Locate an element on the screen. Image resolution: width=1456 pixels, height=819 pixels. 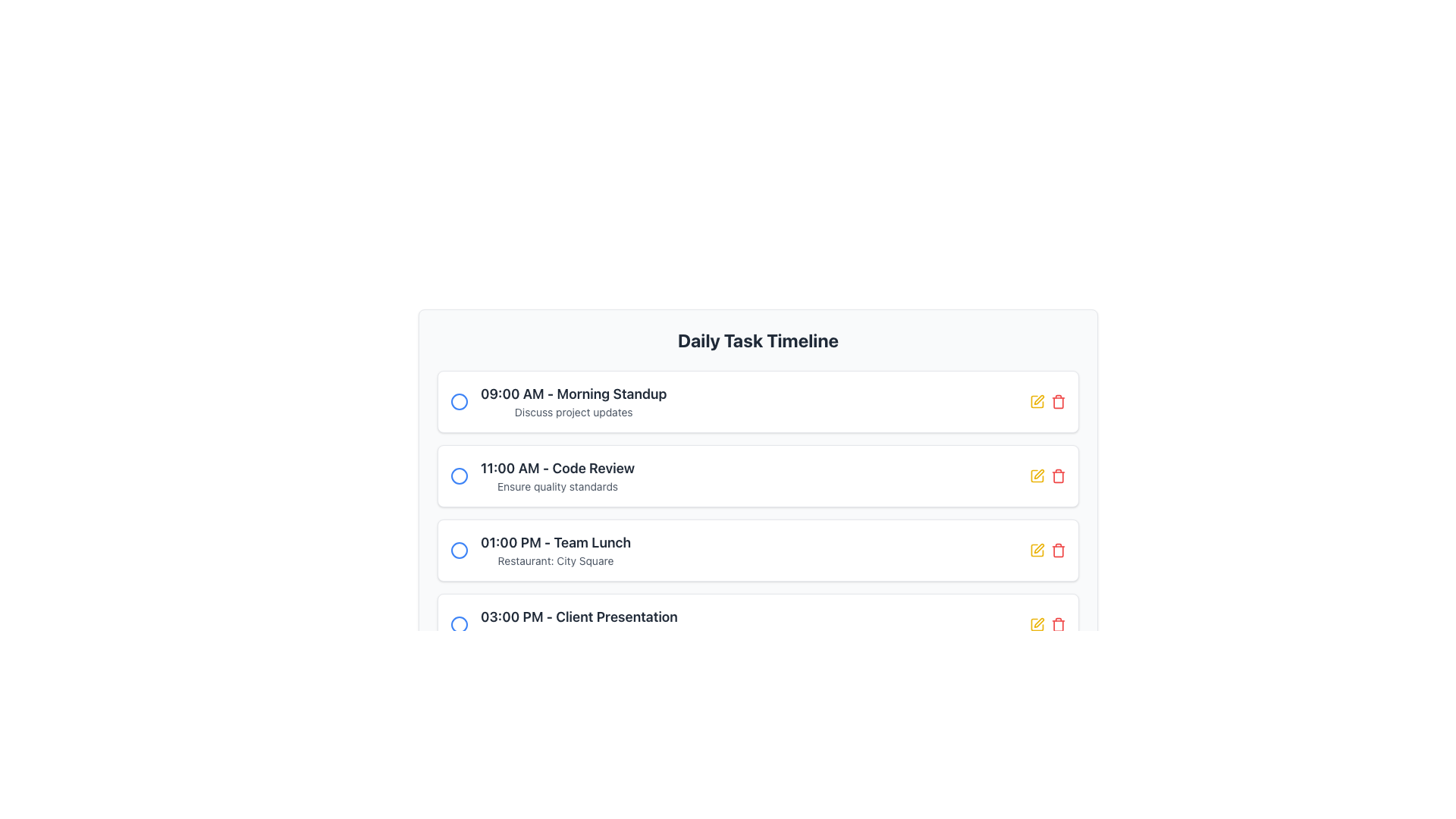
the circular checkbox icon associated with the task '11:00 AM - Code Review' is located at coordinates (458, 475).